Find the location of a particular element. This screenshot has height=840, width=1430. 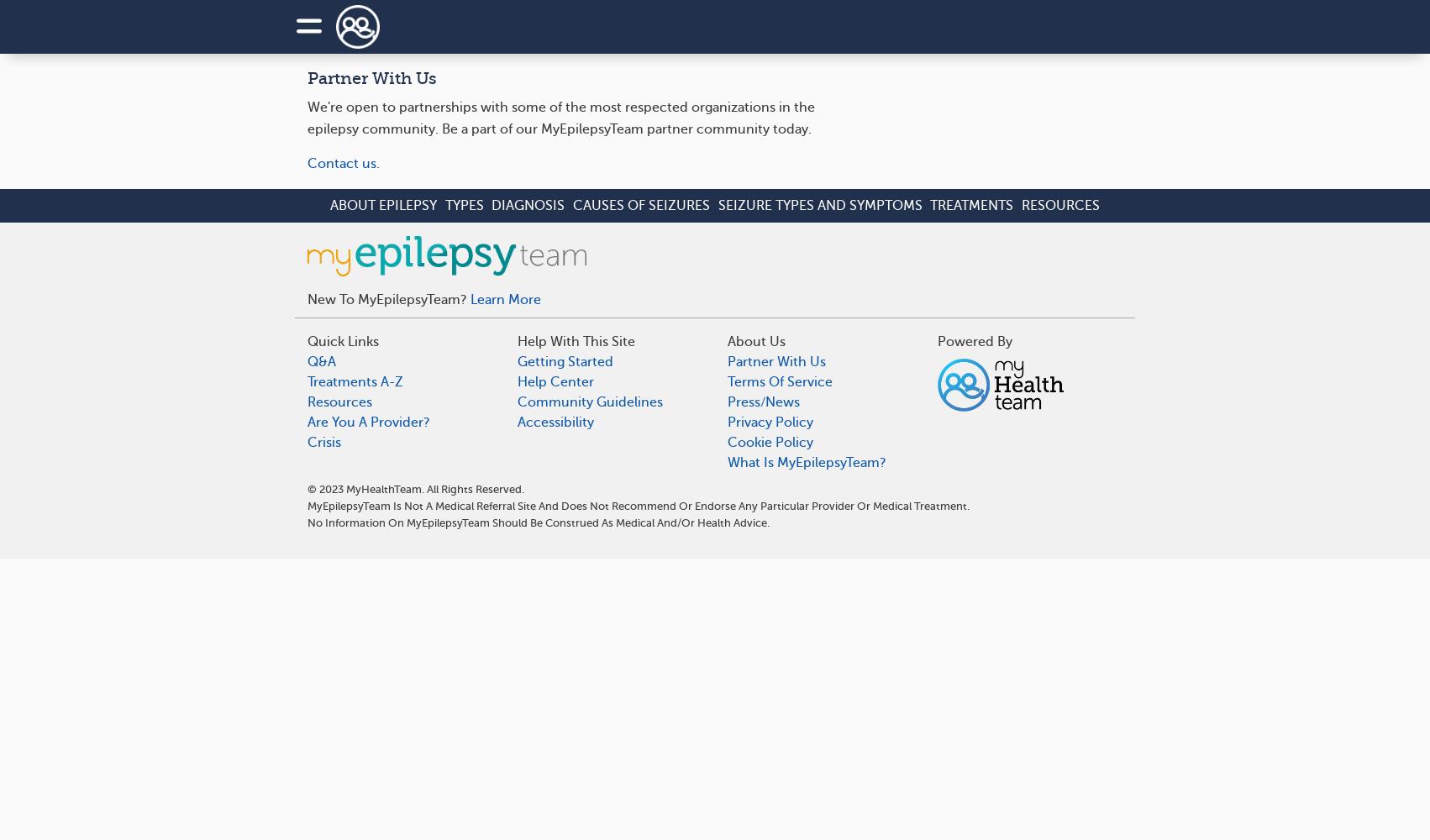

'New to MyEpilepsyTeam?' is located at coordinates (387, 298).